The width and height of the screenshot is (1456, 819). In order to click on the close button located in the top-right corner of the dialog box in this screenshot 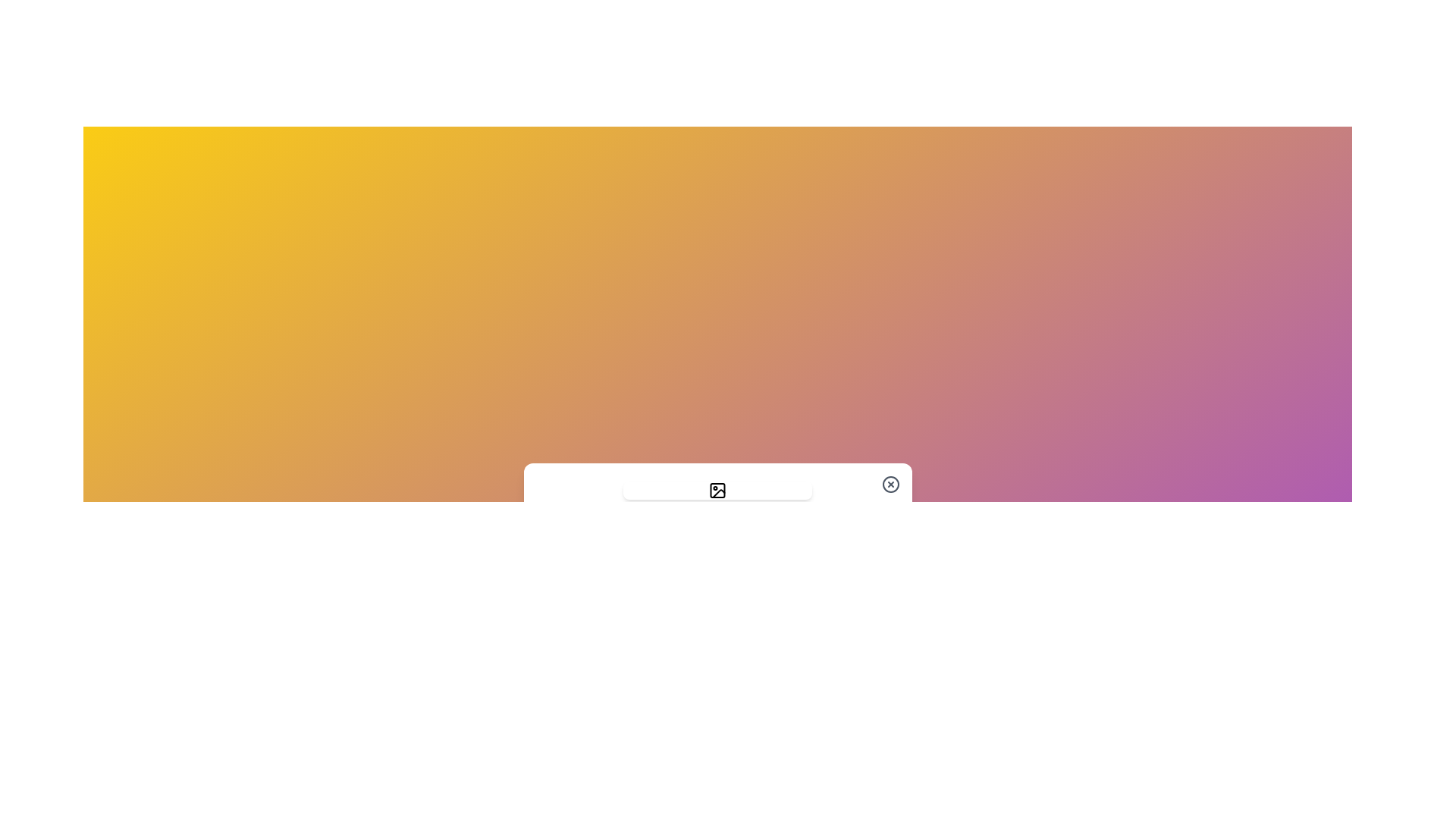, I will do `click(890, 485)`.